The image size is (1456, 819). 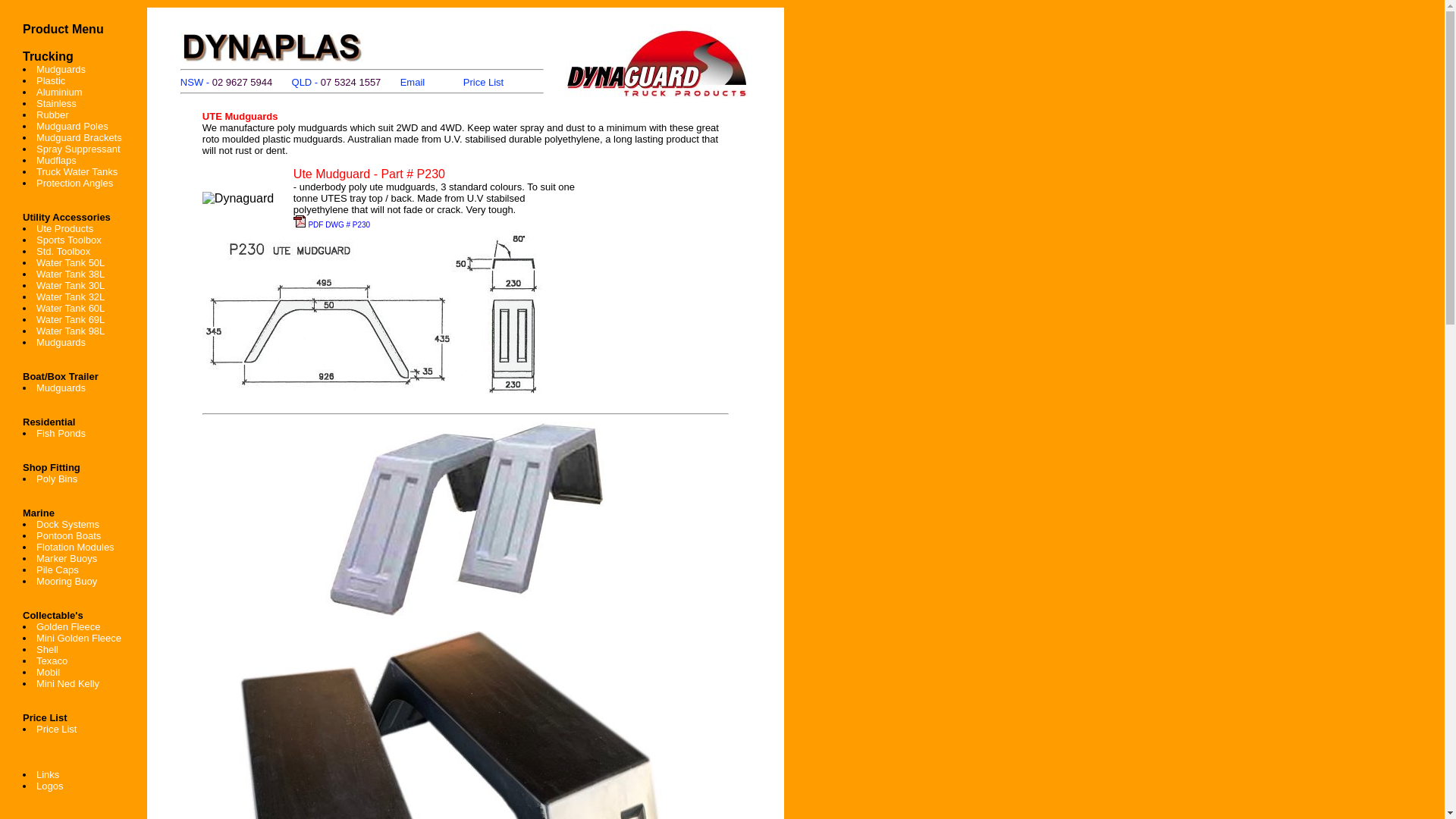 What do you see at coordinates (78, 638) in the screenshot?
I see `'Mini Golden Fleece'` at bounding box center [78, 638].